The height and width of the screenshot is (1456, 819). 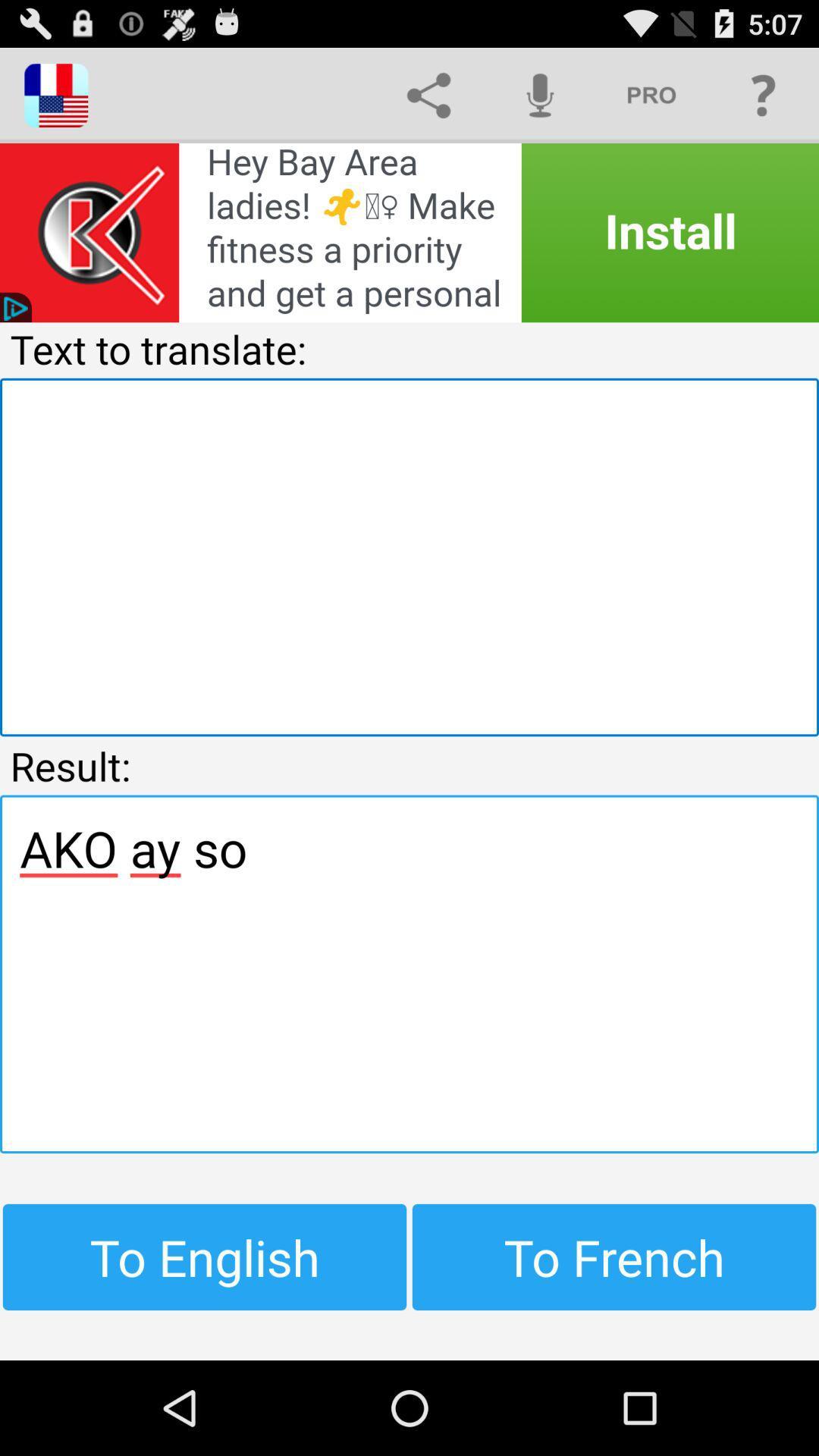 I want to click on app below the result: app, so click(x=409, y=974).